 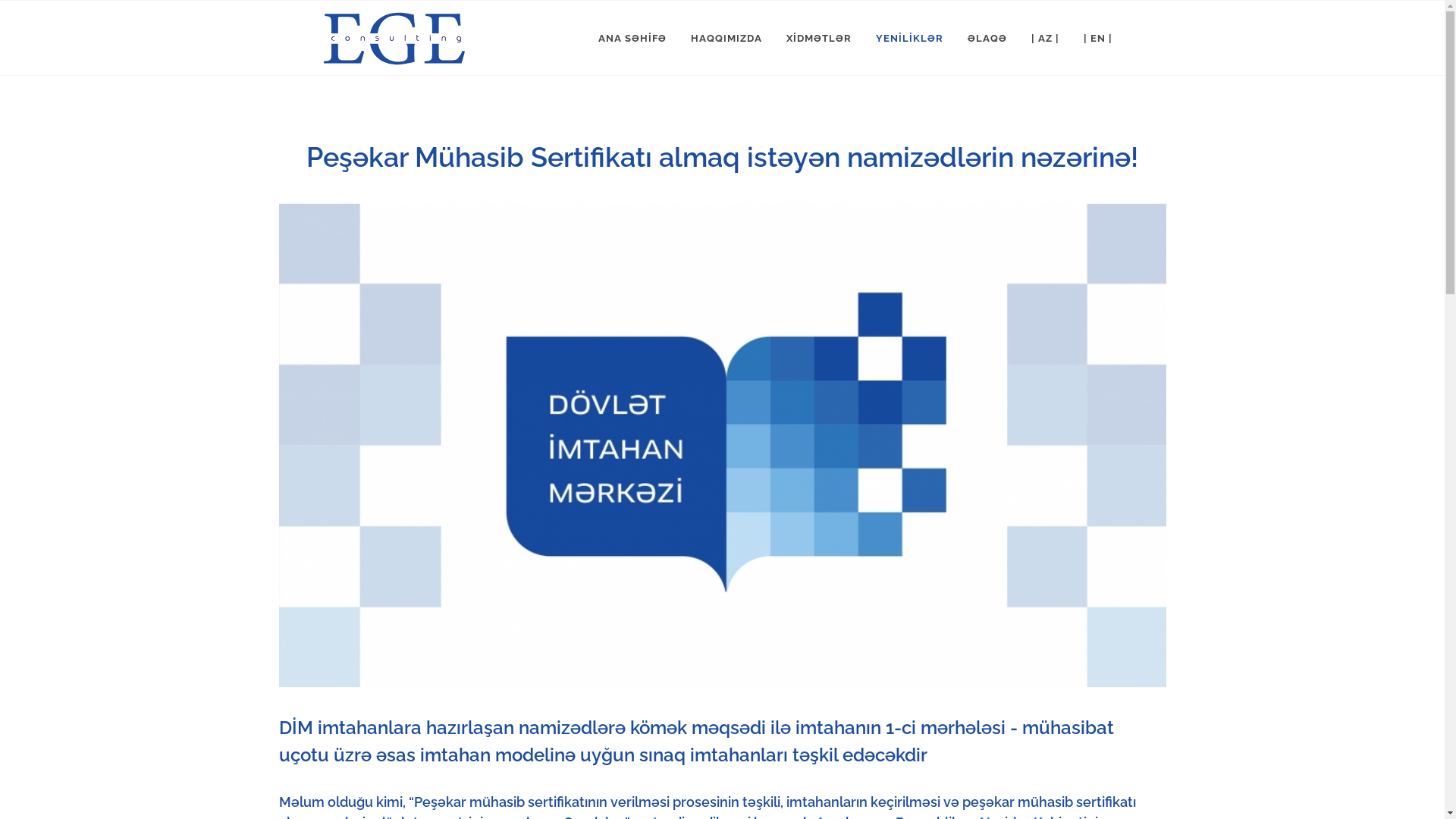 What do you see at coordinates (1098, 37) in the screenshot?
I see `'| EN |'` at bounding box center [1098, 37].